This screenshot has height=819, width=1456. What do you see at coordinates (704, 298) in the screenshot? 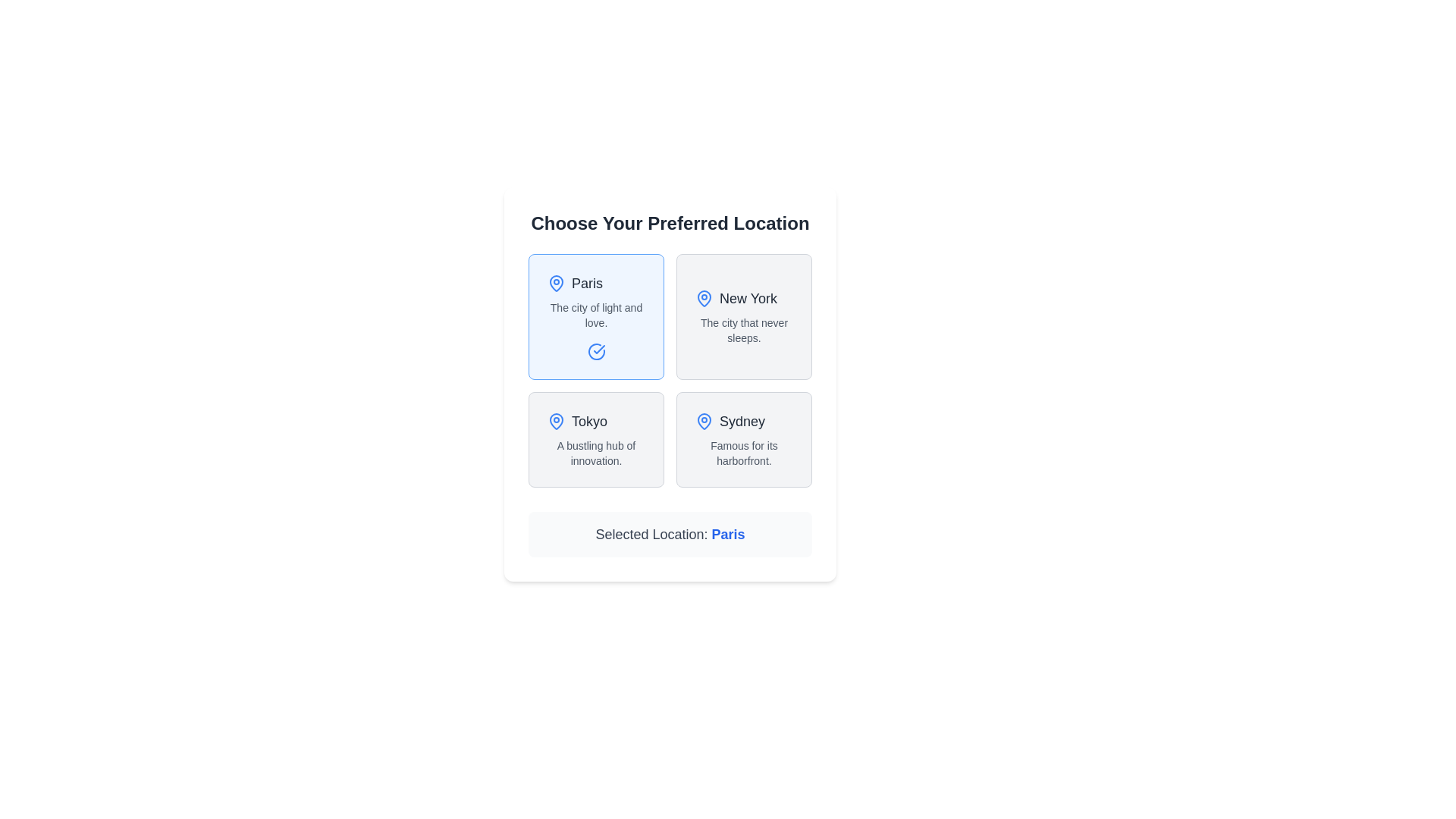
I see `the 'Paris' selection icon, which visually represents the current selection in the upper-left corner of the selection box` at bounding box center [704, 298].